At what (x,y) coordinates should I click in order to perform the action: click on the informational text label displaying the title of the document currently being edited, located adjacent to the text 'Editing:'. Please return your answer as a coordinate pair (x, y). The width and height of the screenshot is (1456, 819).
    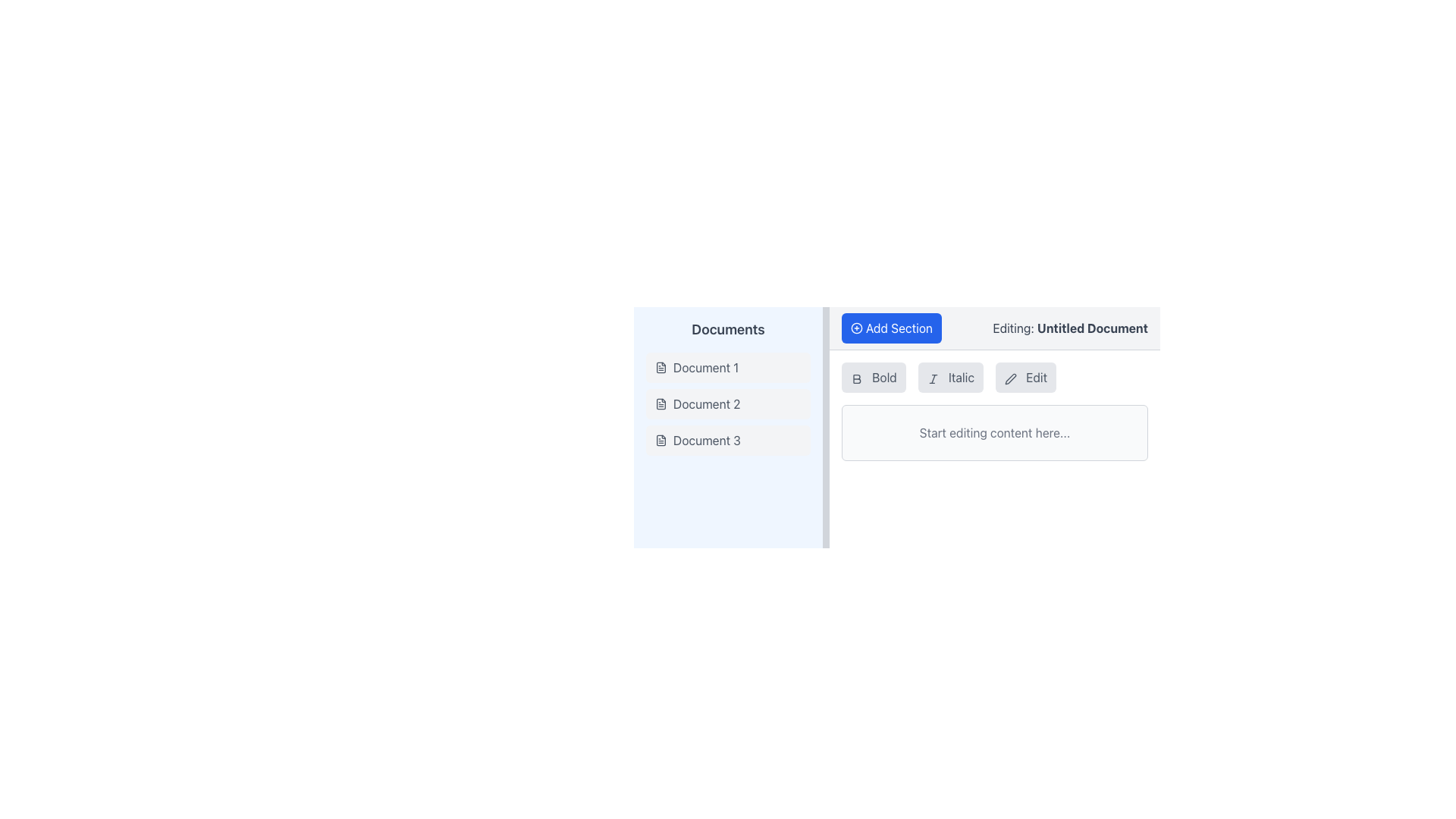
    Looking at the image, I should click on (1092, 327).